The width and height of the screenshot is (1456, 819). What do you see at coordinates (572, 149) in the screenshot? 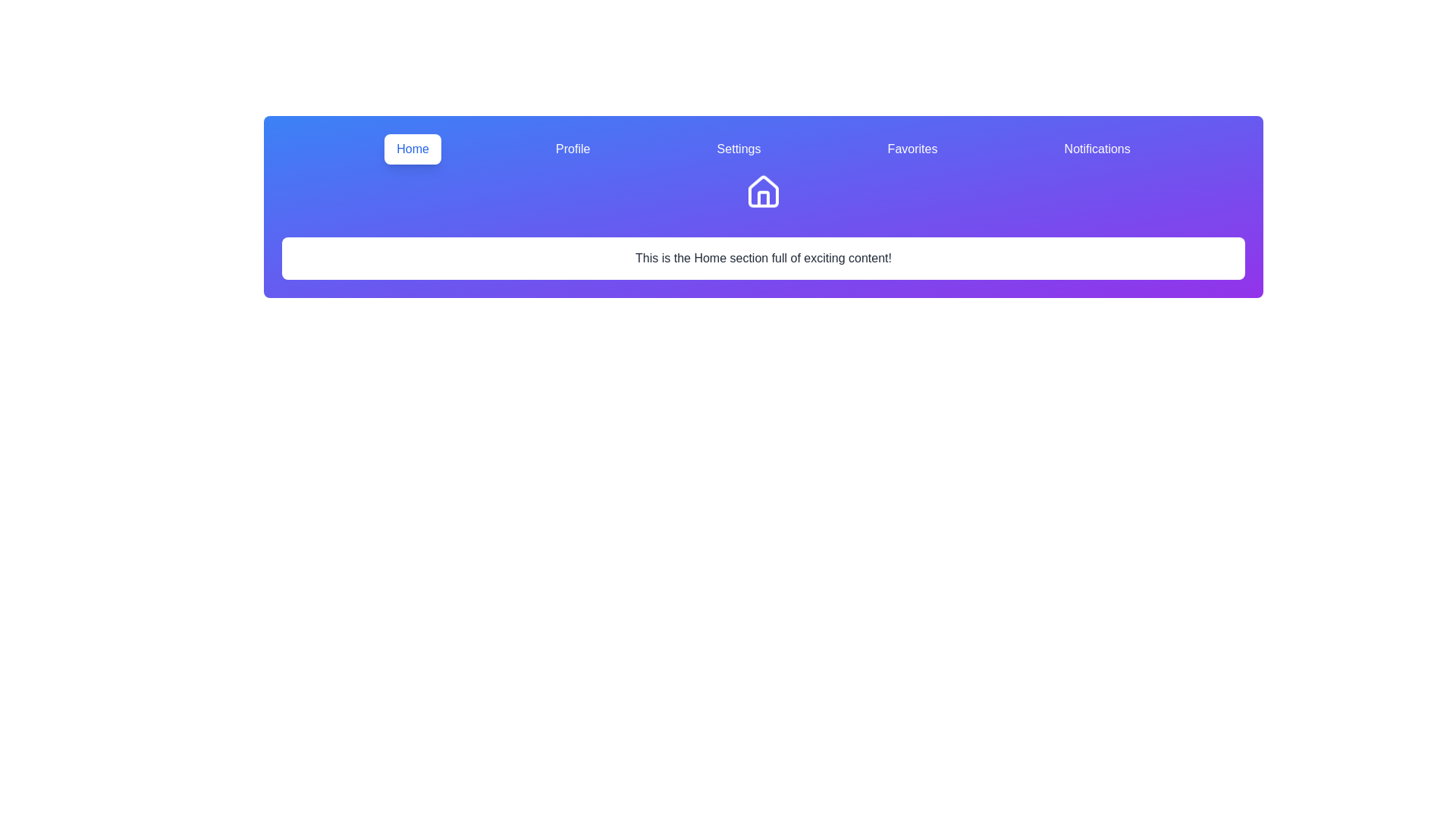
I see `the 'Profile' button, which is the second element in the horizontal navigation bar with a gradient blue-pink background` at bounding box center [572, 149].